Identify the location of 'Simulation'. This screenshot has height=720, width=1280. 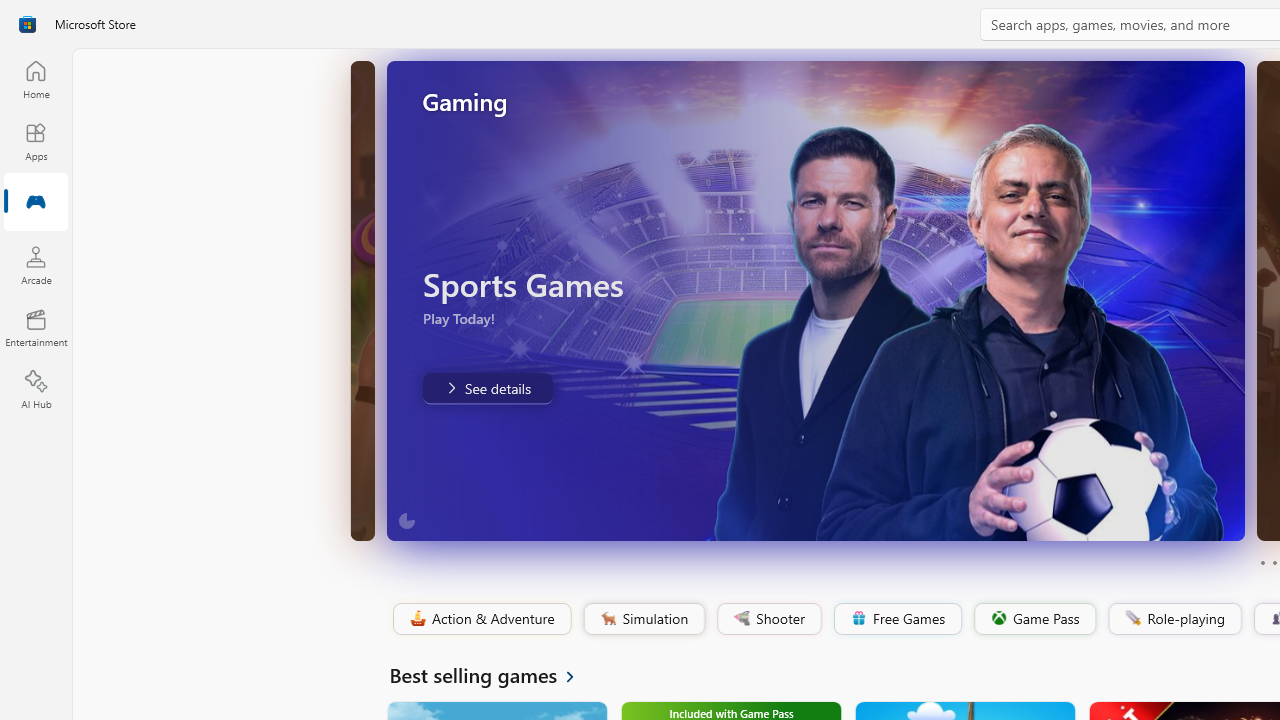
(643, 618).